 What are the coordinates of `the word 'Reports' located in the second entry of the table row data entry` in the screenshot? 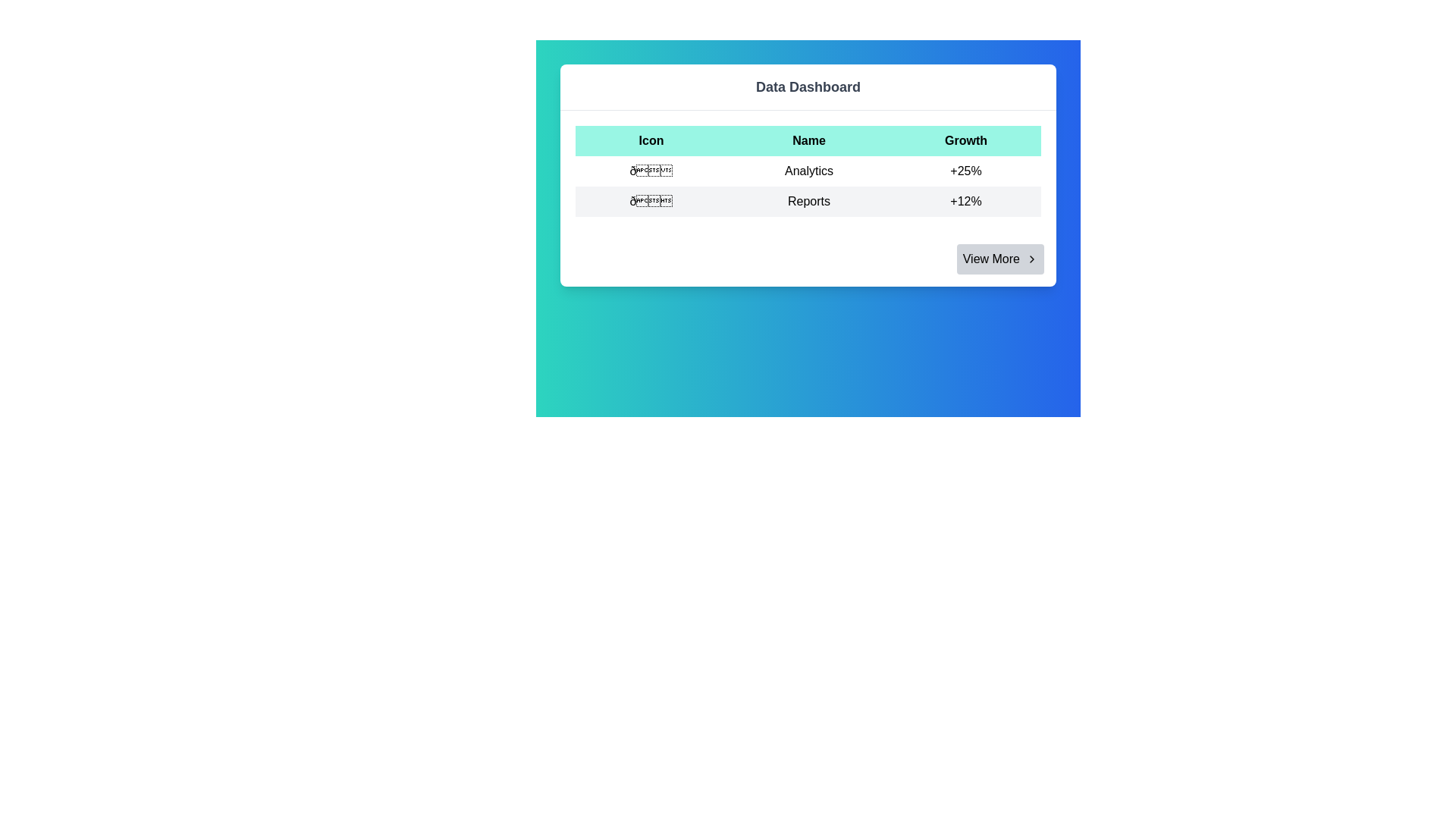 It's located at (807, 201).